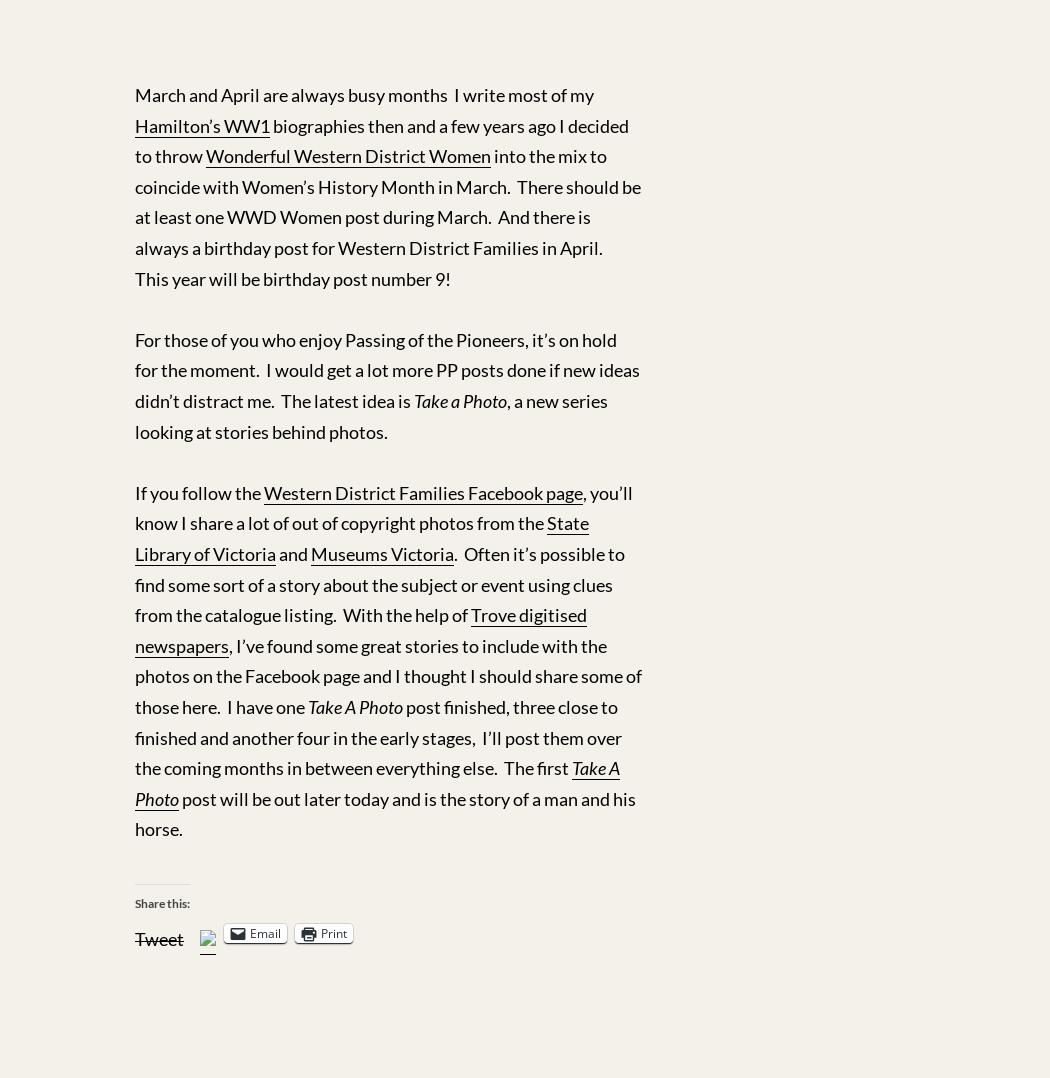 The width and height of the screenshot is (1050, 1078). I want to click on 'Wonderful Western District Women', so click(347, 154).